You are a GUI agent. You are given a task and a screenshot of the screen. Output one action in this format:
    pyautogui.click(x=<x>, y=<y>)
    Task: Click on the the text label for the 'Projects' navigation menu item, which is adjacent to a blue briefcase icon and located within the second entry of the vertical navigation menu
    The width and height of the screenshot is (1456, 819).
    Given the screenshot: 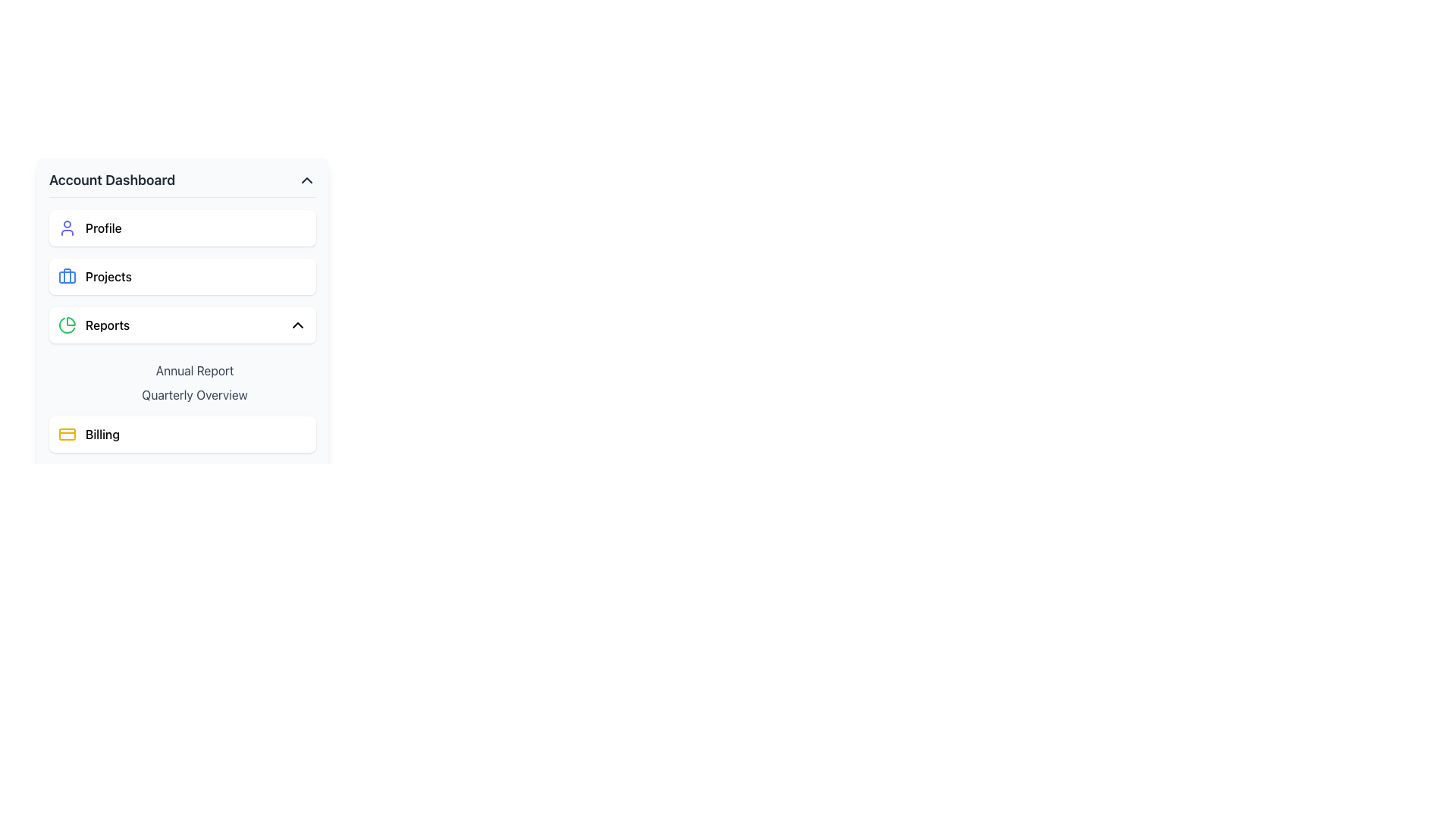 What is the action you would take?
    pyautogui.click(x=108, y=277)
    